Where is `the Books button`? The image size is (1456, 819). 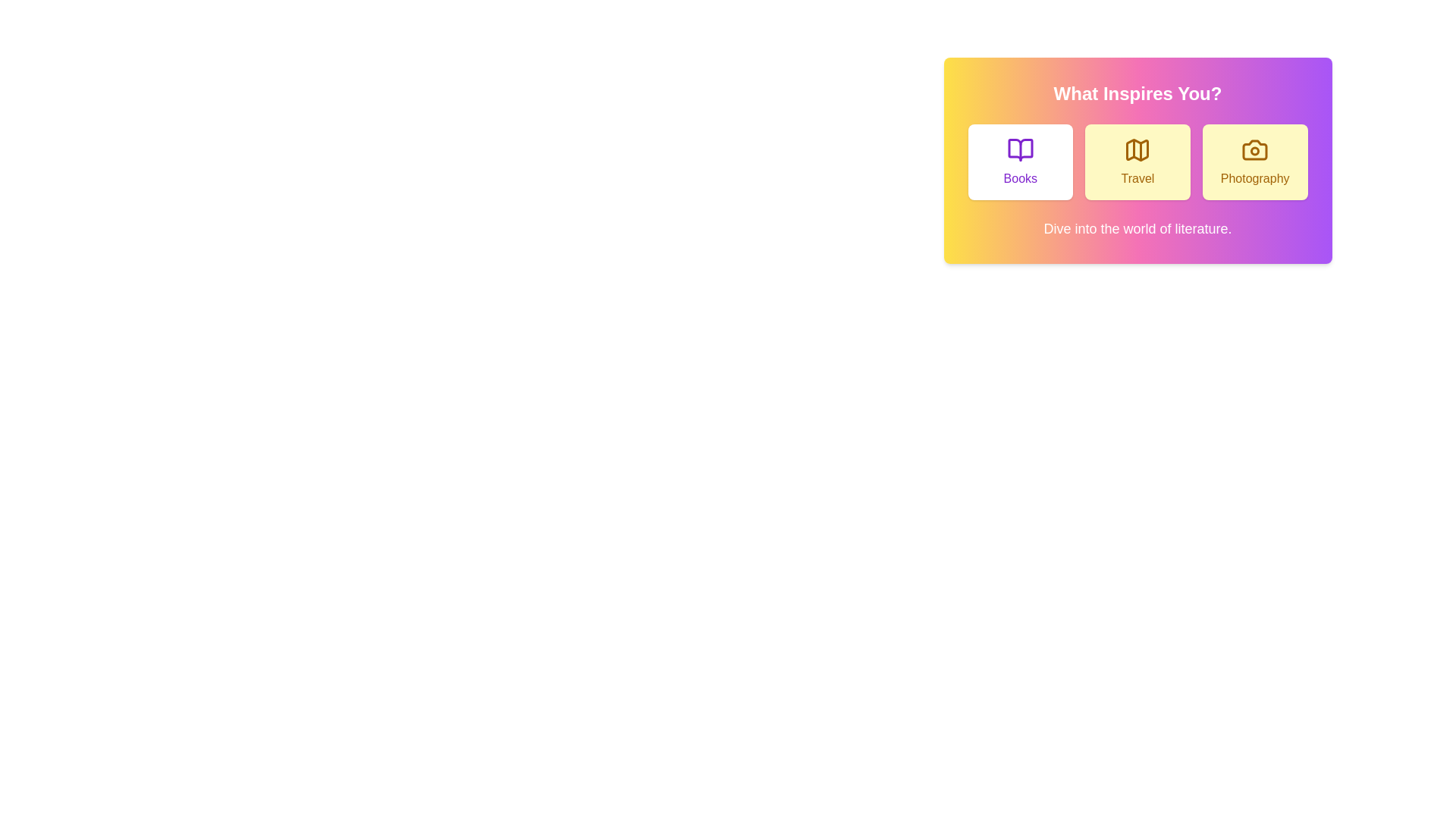 the Books button is located at coordinates (1020, 162).